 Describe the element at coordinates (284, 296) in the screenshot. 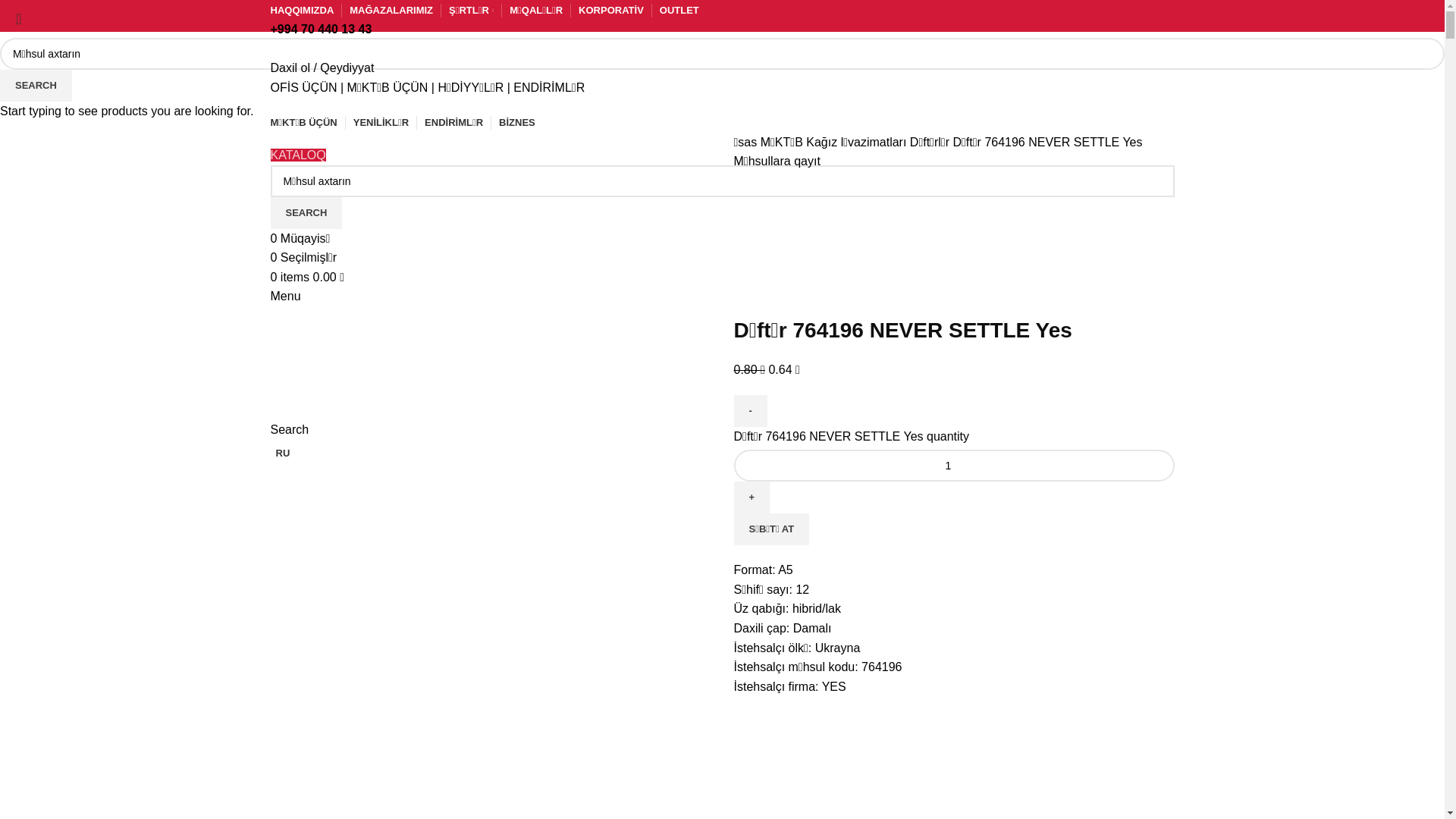

I see `'Menu'` at that location.